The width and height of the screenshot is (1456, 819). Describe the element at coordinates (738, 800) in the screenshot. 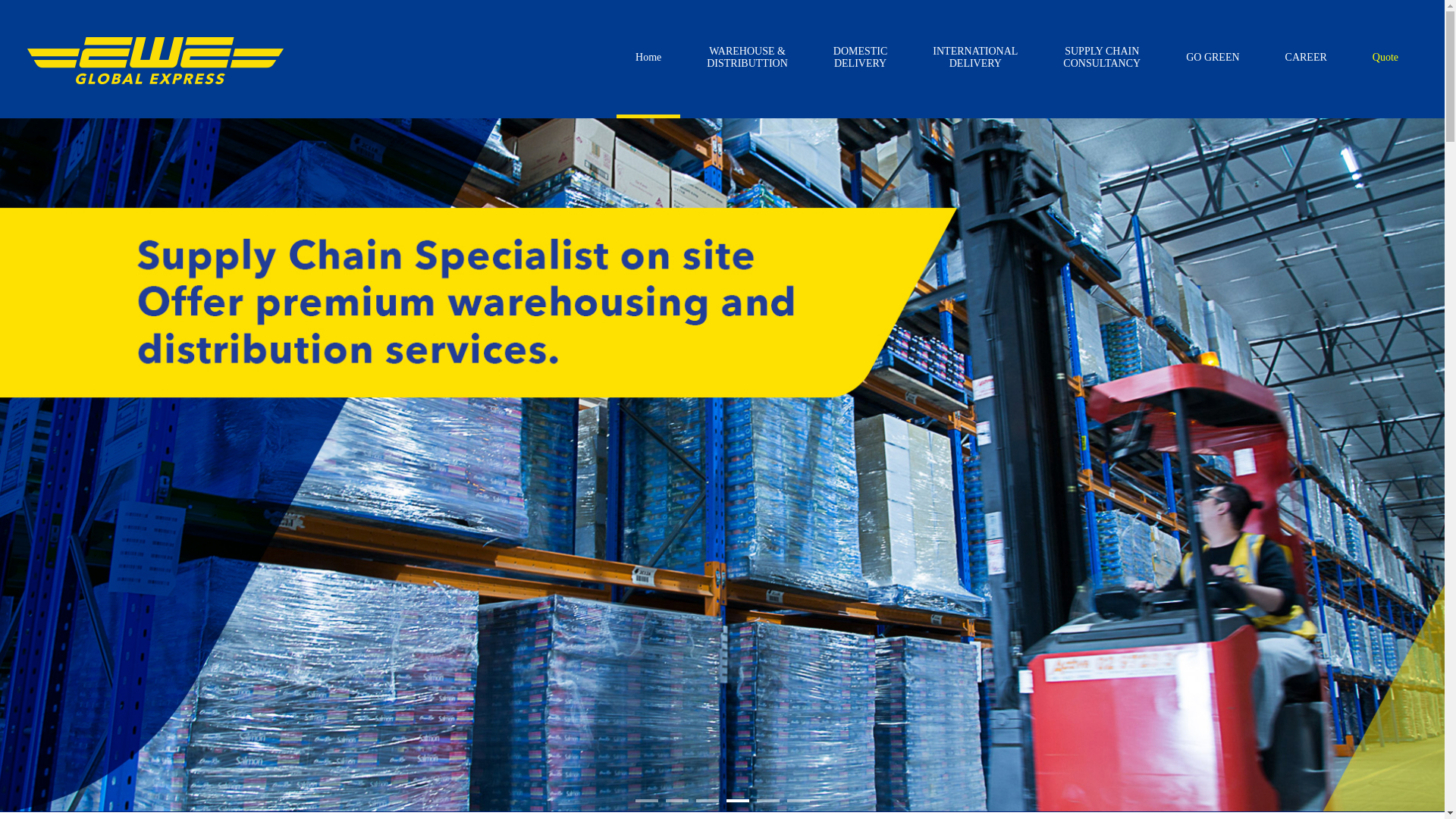

I see `'4'` at that location.